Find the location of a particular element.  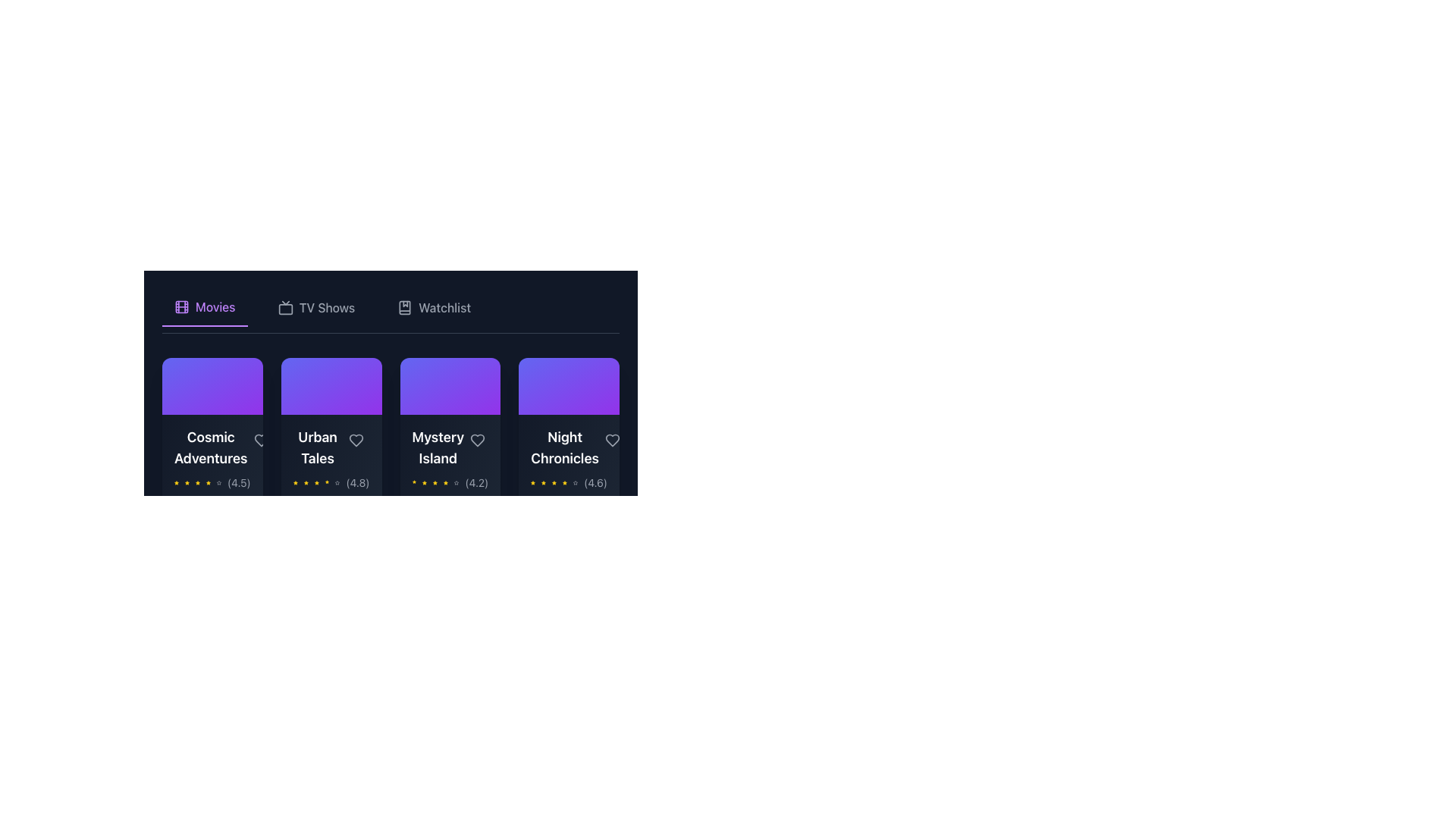

the fourth yellow star icon in the rating display for the movie 'Cosmic Adventures' is located at coordinates (207, 482).